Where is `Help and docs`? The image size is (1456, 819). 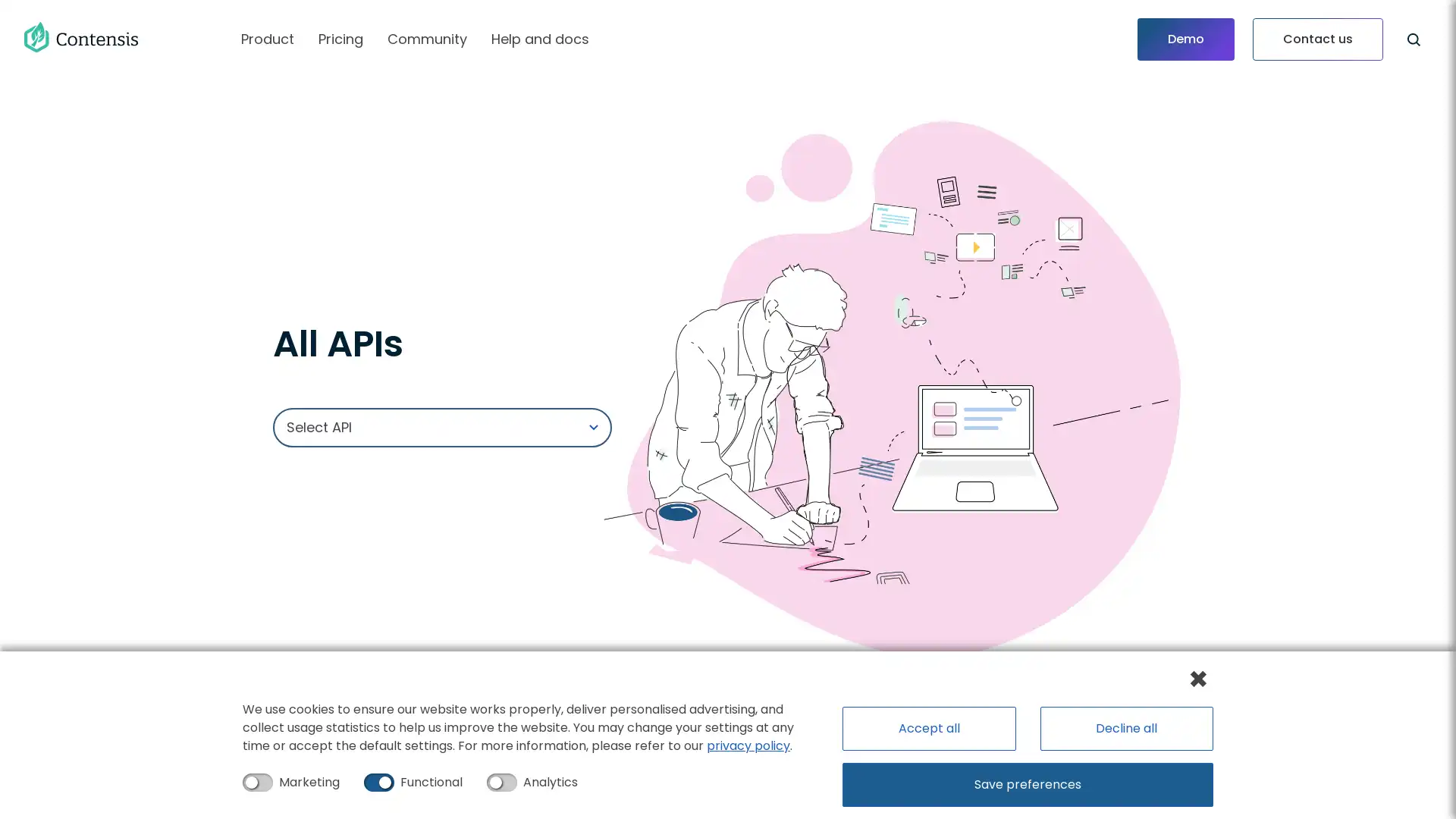
Help and docs is located at coordinates (540, 38).